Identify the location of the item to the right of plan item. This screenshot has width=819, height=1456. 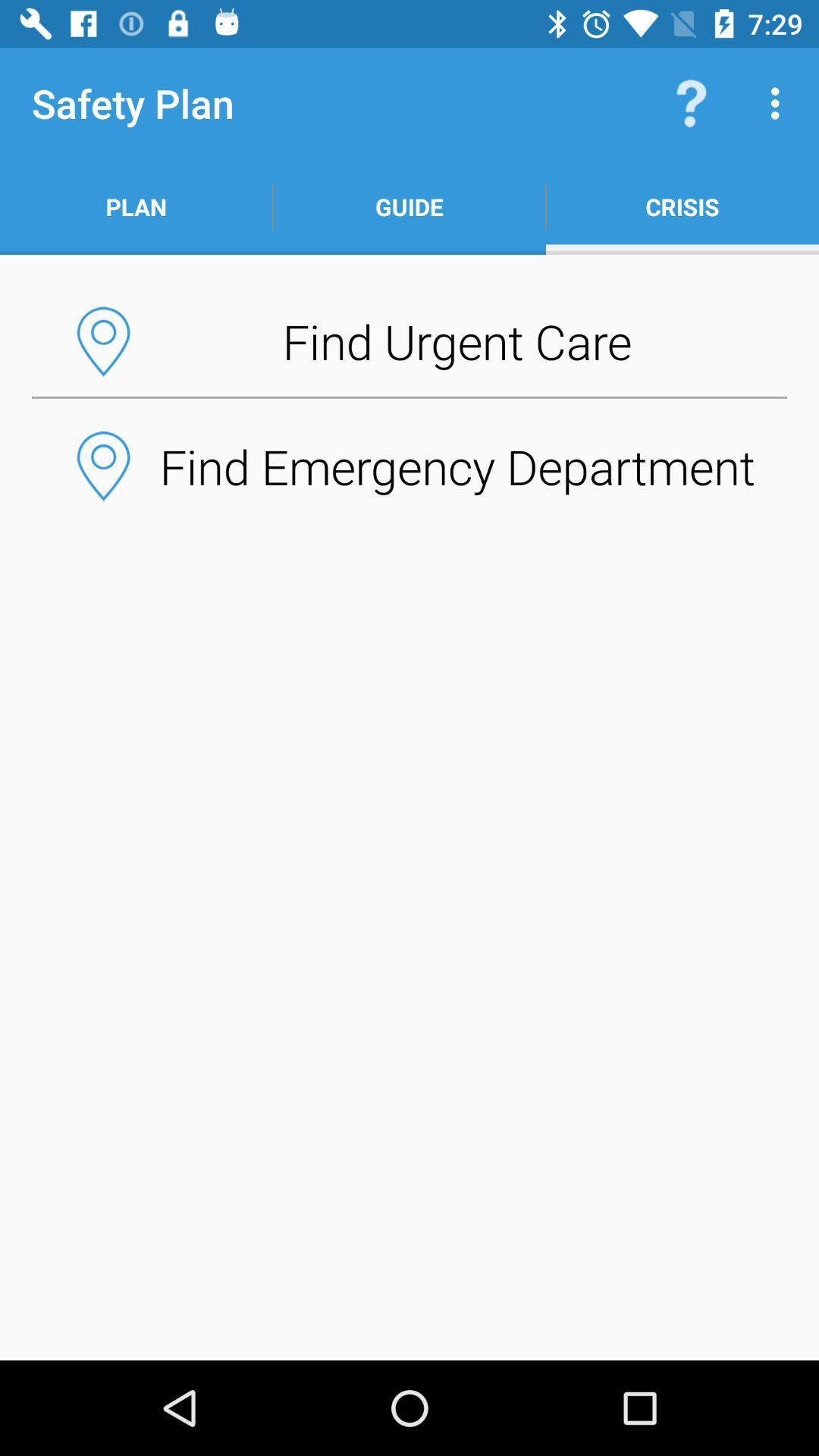
(409, 206).